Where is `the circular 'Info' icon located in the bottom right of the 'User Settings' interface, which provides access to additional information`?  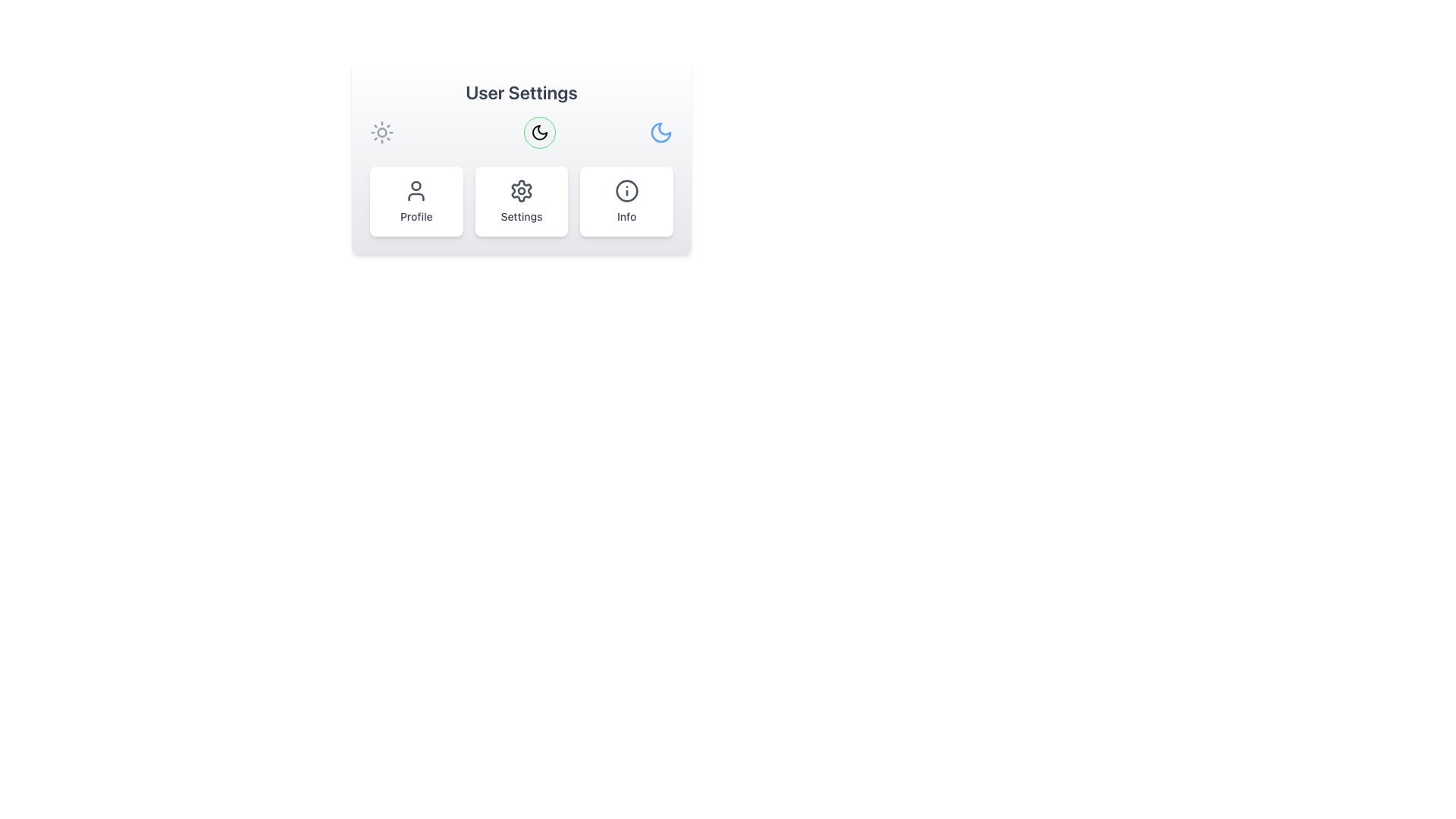
the circular 'Info' icon located in the bottom right of the 'User Settings' interface, which provides access to additional information is located at coordinates (626, 190).